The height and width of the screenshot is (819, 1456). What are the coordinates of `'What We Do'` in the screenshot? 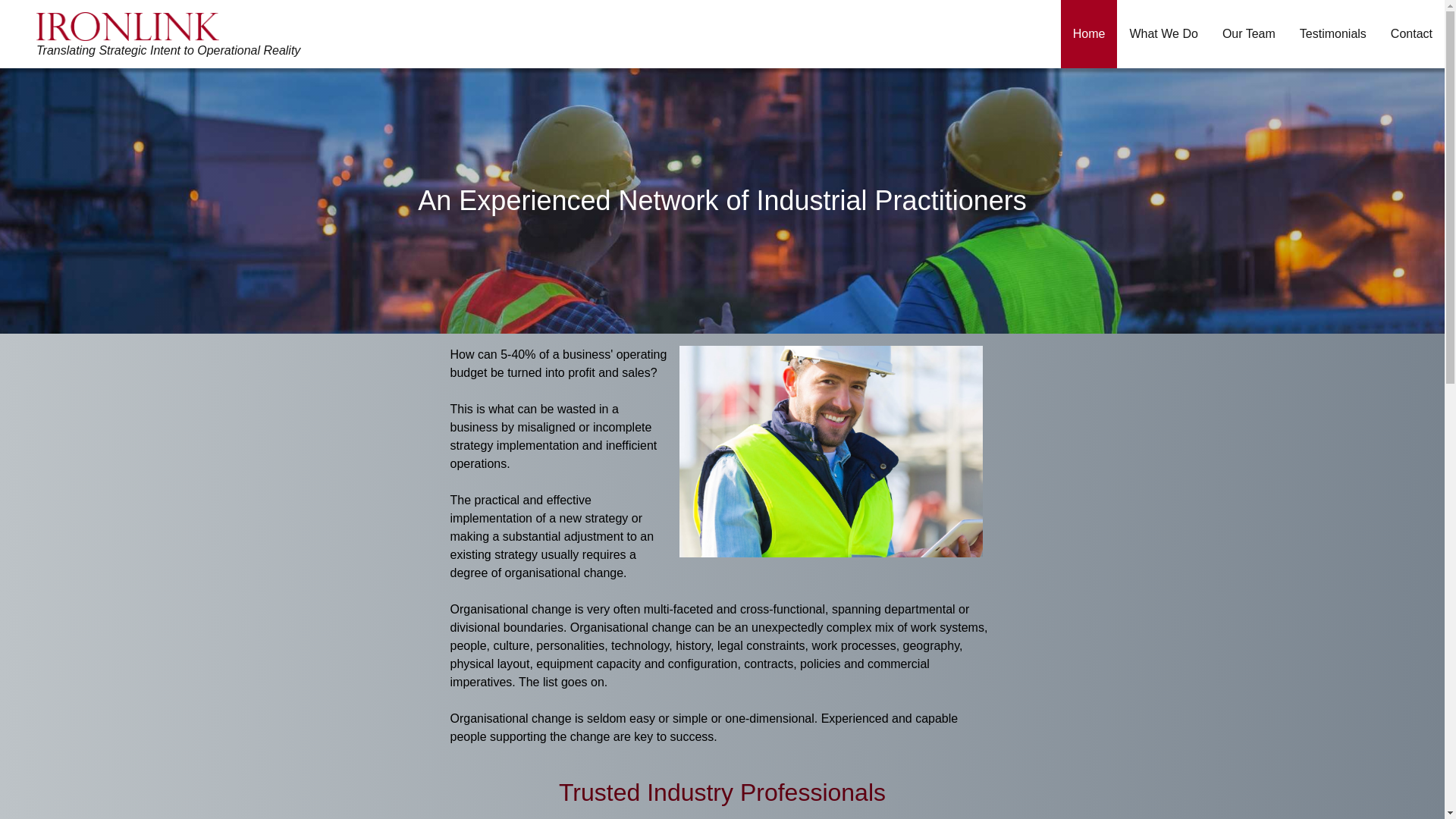 It's located at (1163, 34).